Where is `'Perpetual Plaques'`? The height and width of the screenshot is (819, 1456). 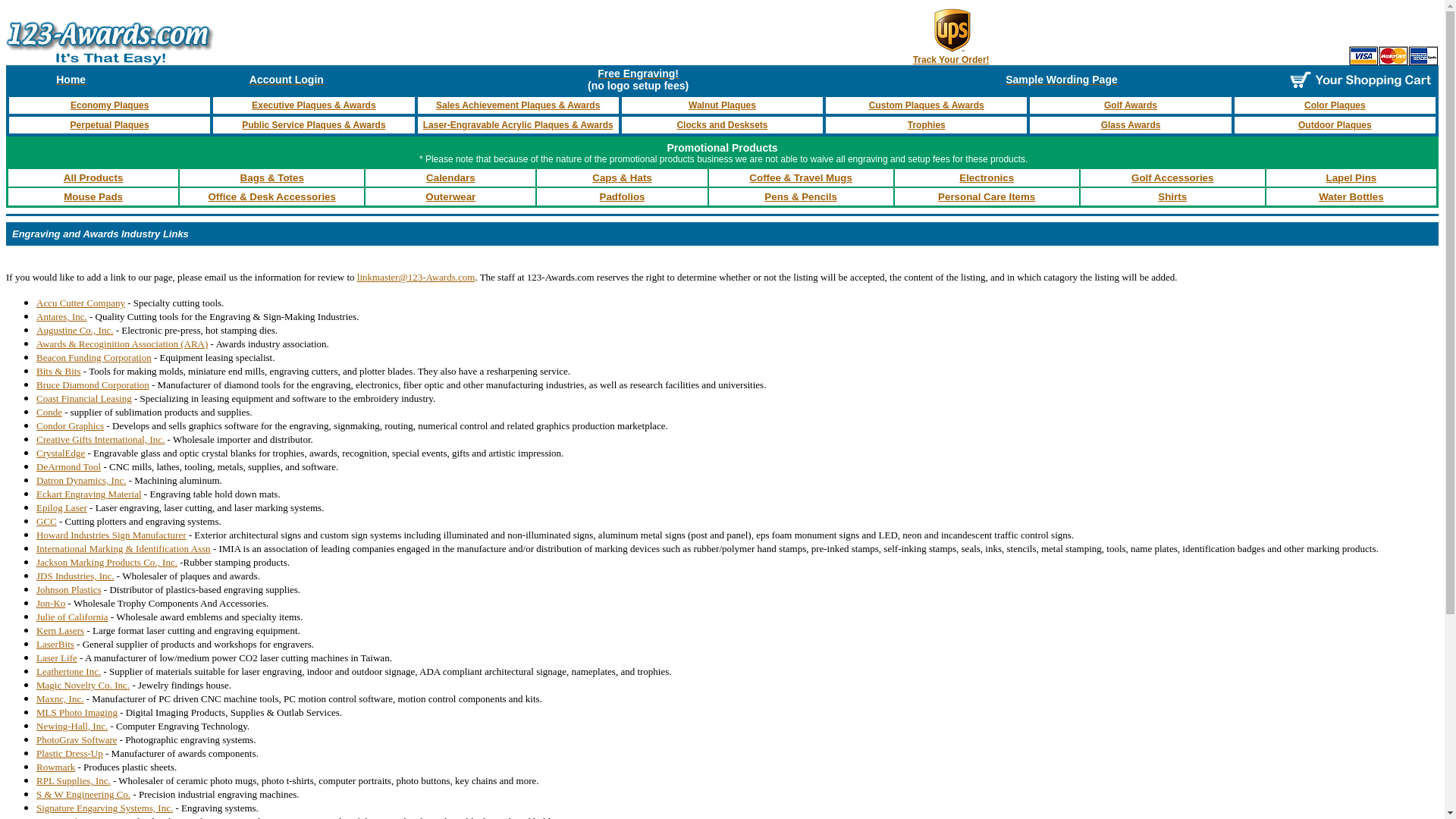 'Perpetual Plaques' is located at coordinates (108, 124).